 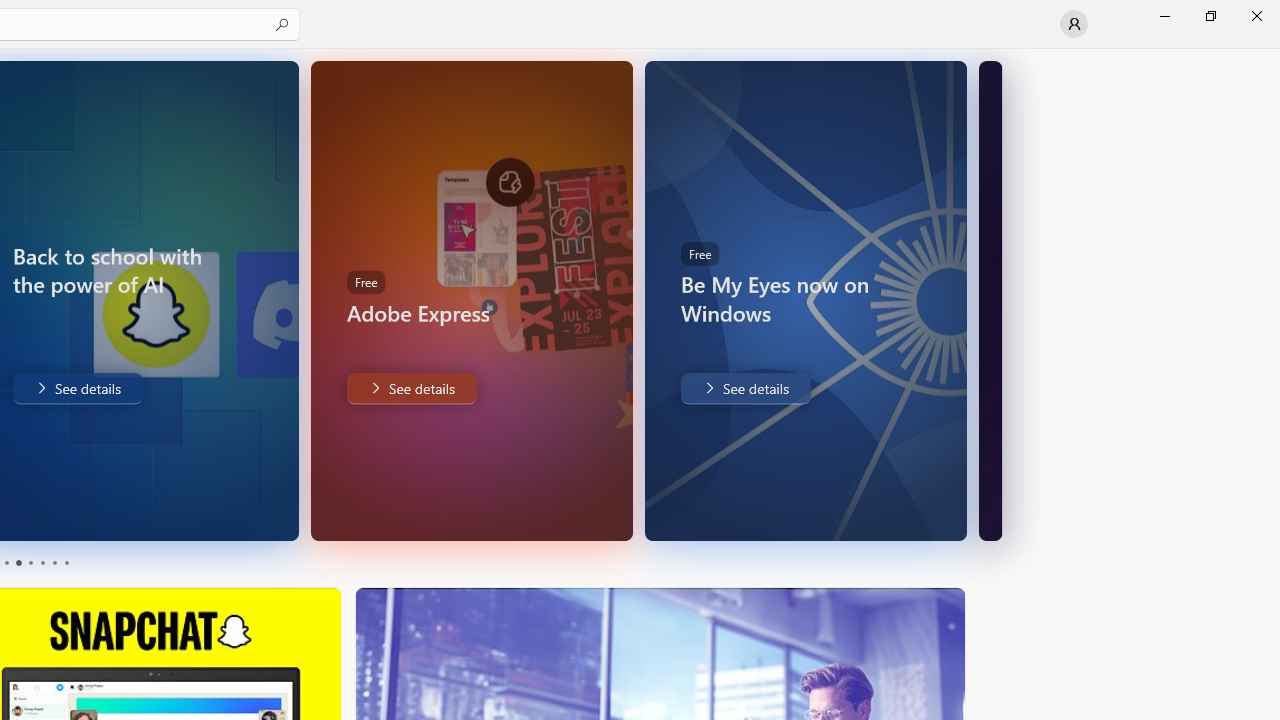 I want to click on 'Page 5', so click(x=54, y=563).